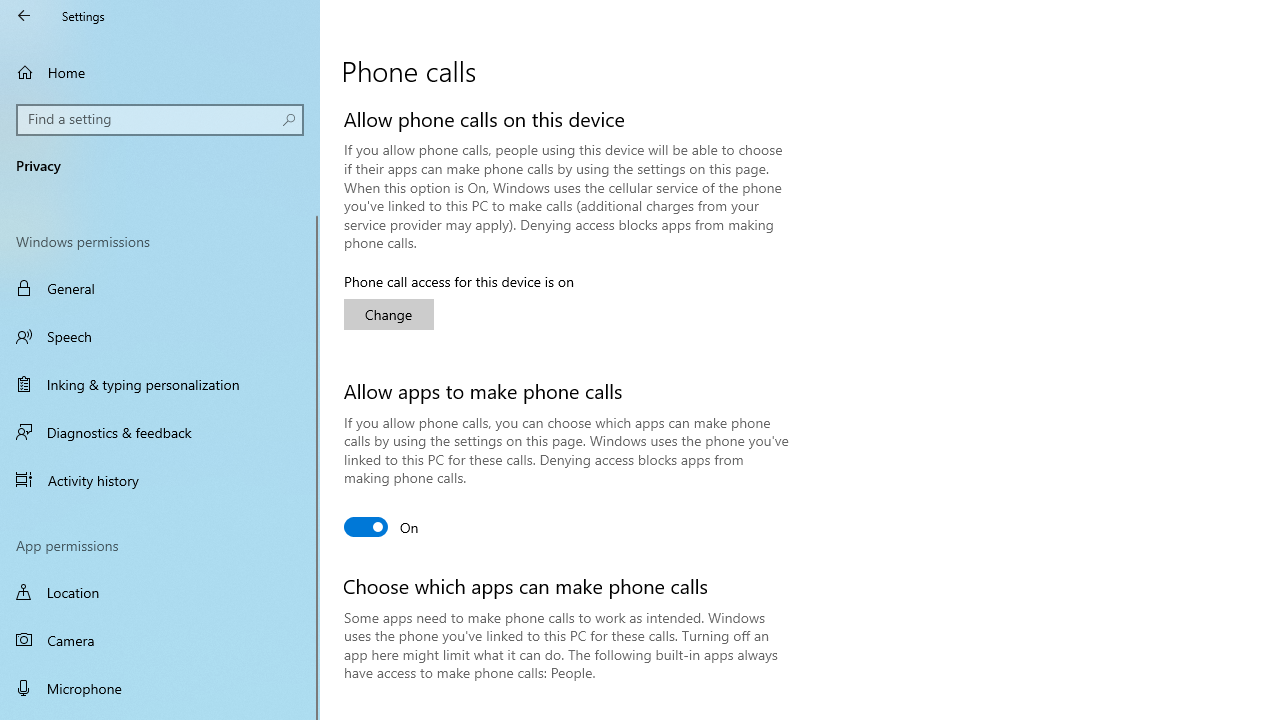  I want to click on 'Microphone', so click(160, 686).